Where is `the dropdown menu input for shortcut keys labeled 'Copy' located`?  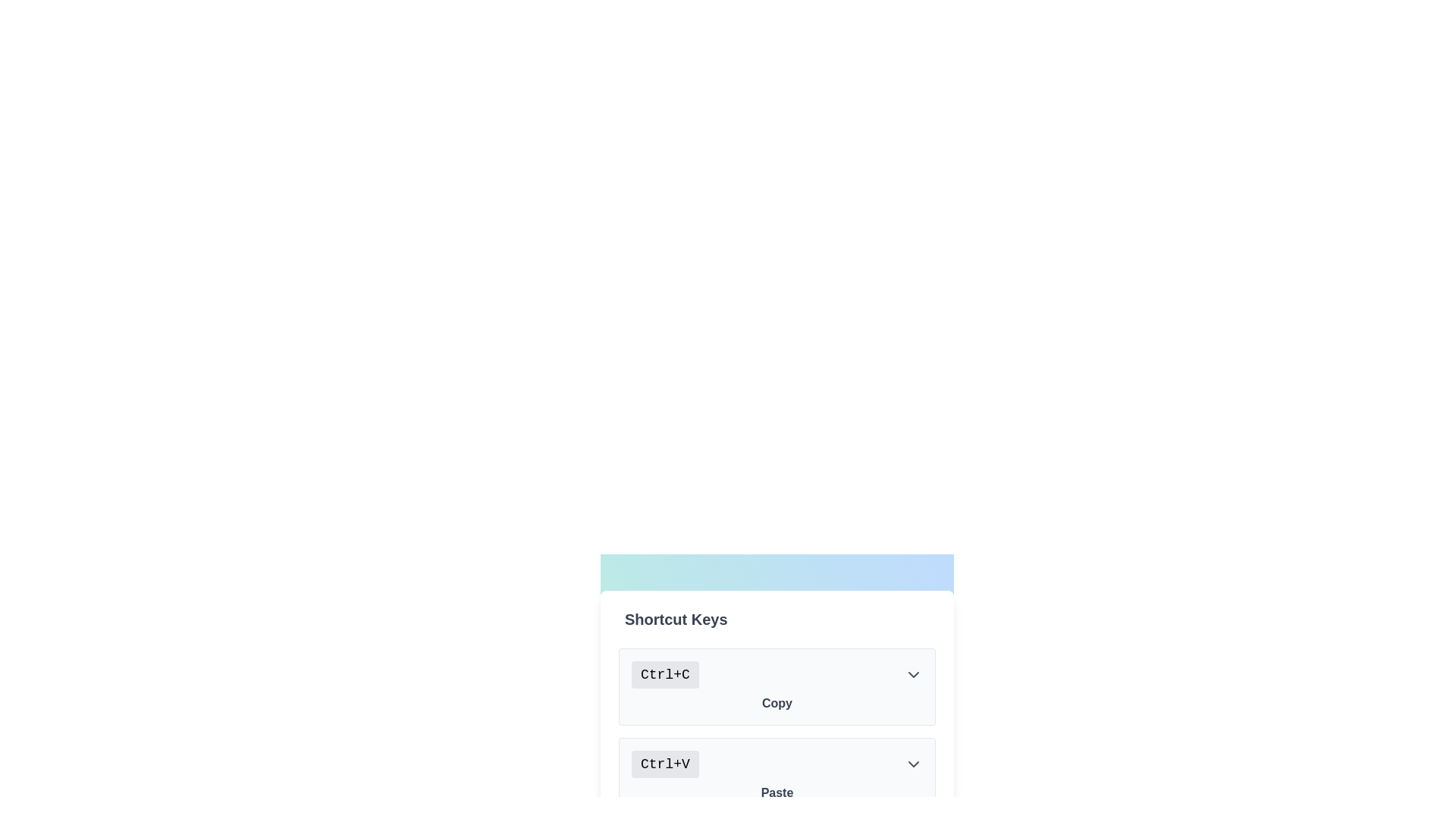 the dropdown menu input for shortcut keys labeled 'Copy' located is located at coordinates (777, 674).